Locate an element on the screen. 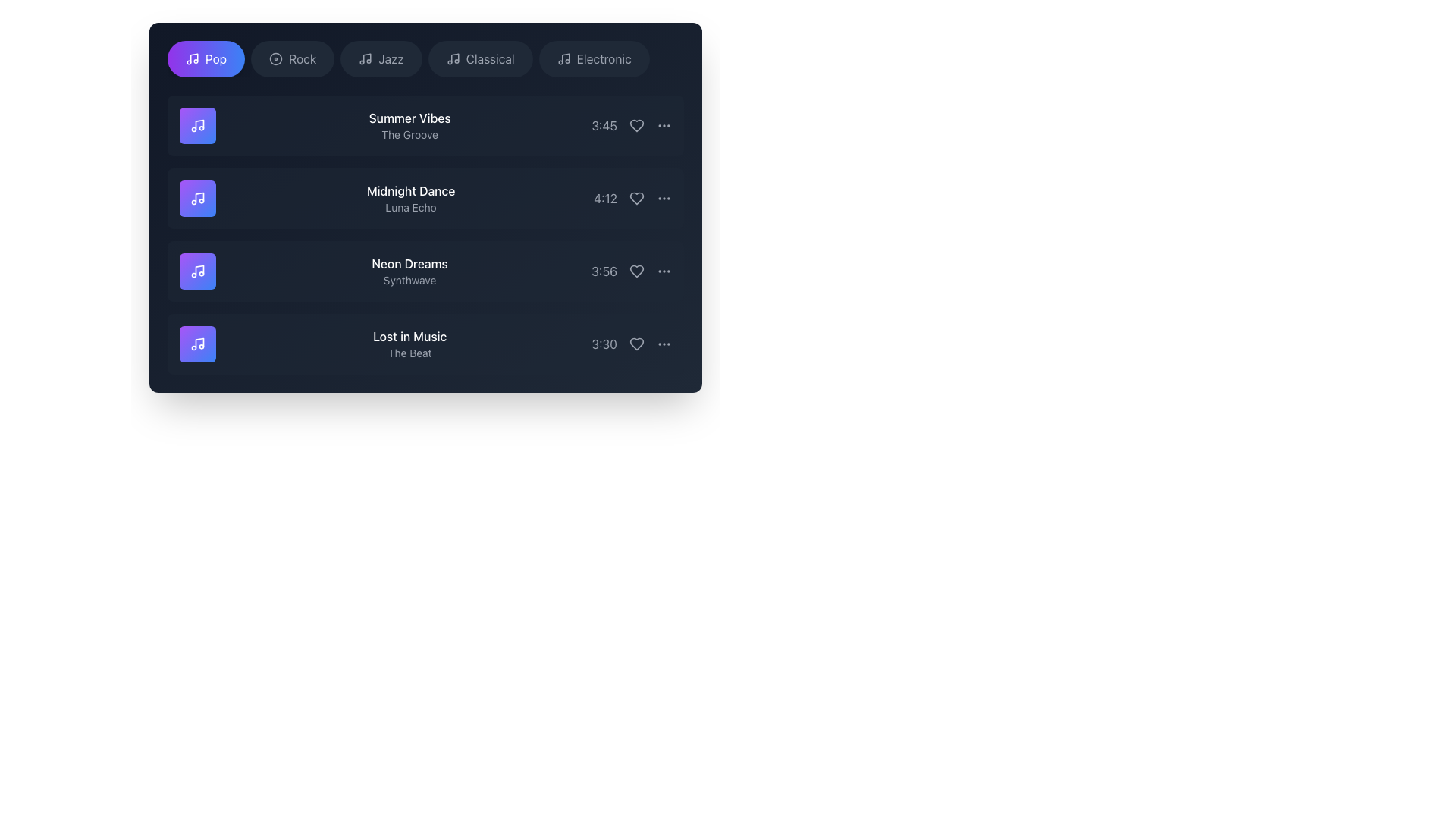 This screenshot has height=819, width=1456. the static label displaying '3:30' in light gray color, located in the bottom row of the list and aligned to the right of the row content is located at coordinates (604, 344).